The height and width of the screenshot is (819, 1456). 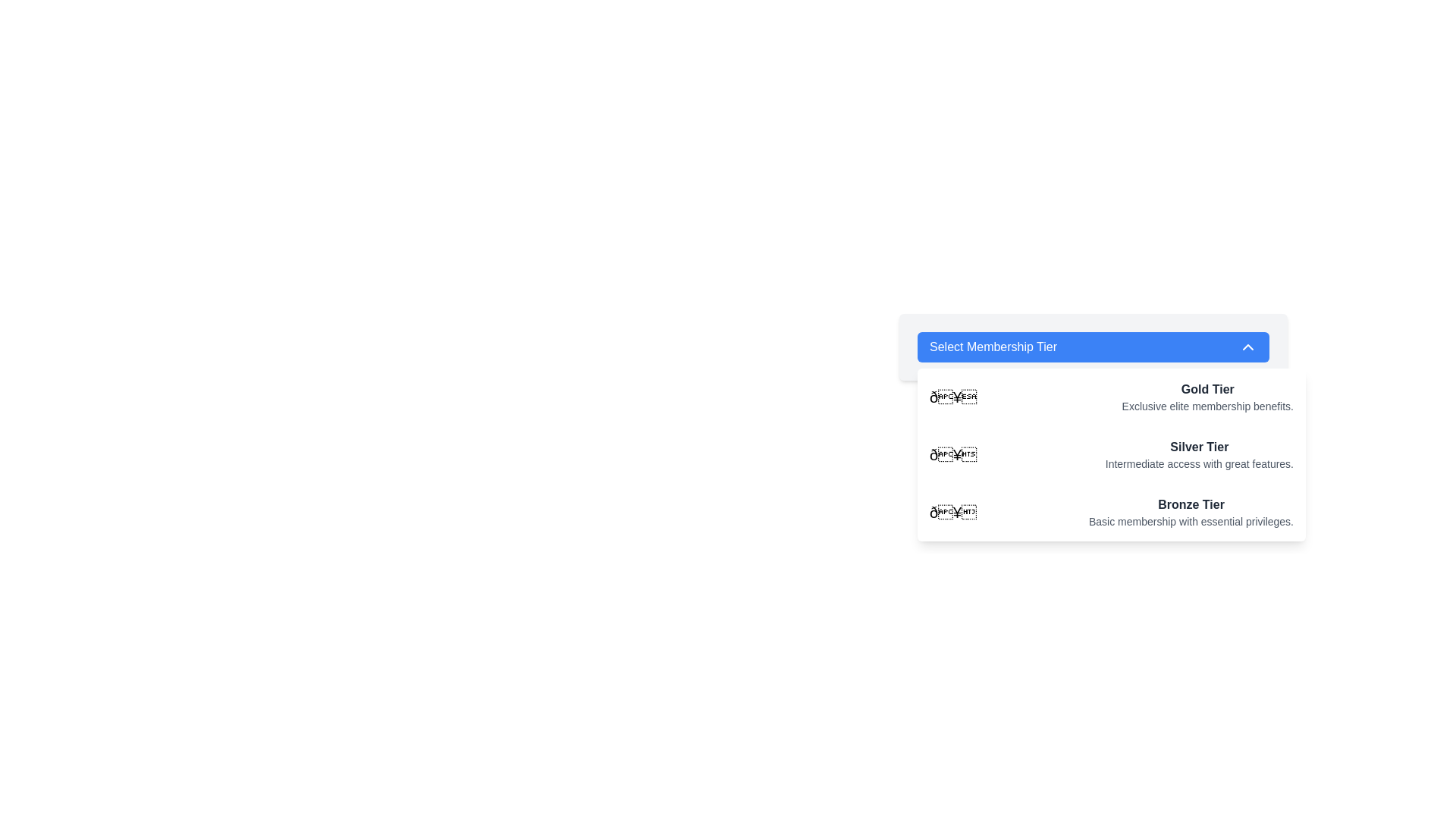 I want to click on the 'Gold Tier' text label, which is styled in bold with dark text, positioned at the top of the membership tier options list, so click(x=1207, y=388).